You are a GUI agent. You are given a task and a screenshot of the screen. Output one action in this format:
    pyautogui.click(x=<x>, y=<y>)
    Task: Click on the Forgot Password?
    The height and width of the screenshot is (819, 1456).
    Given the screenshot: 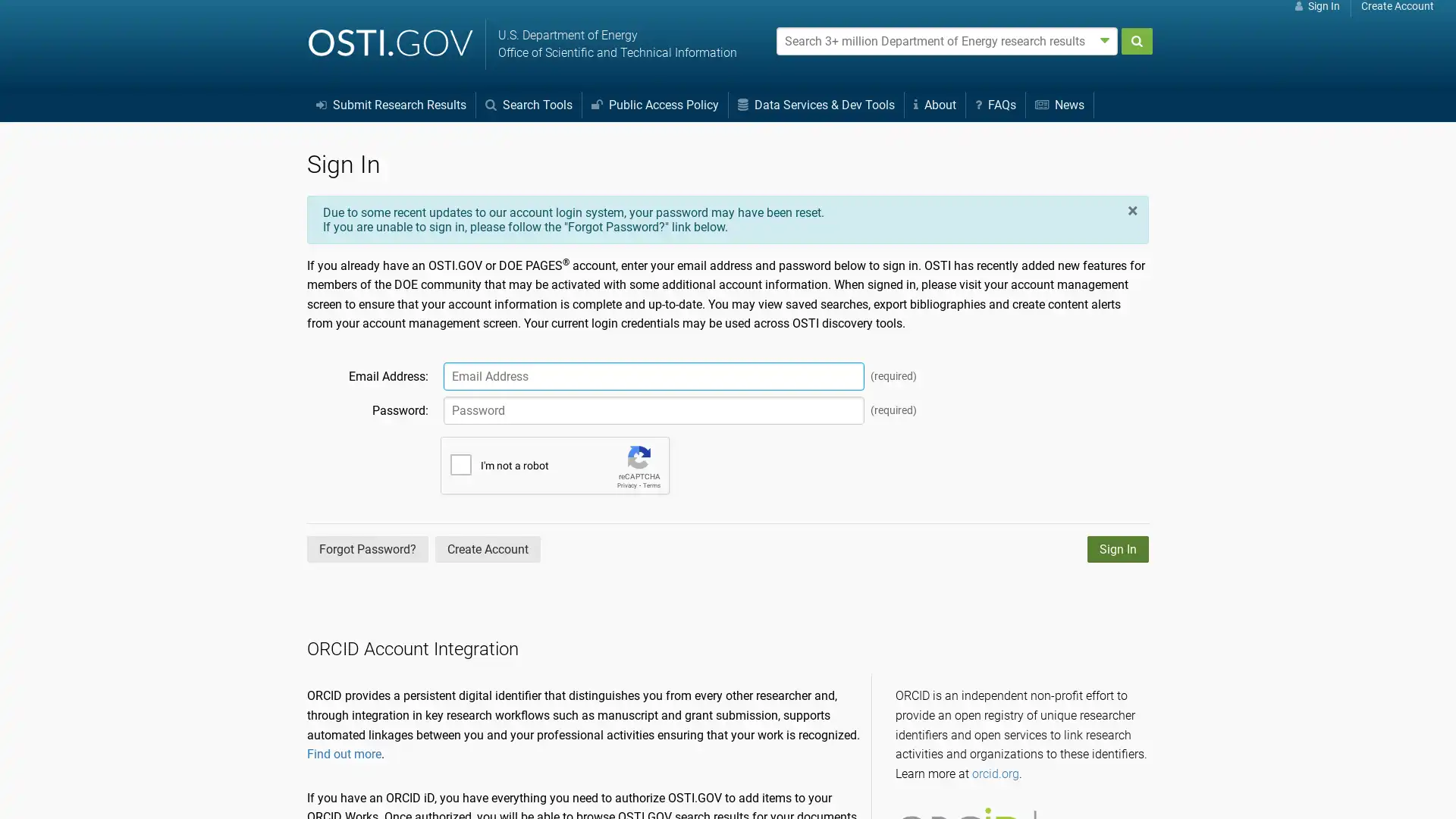 What is the action you would take?
    pyautogui.click(x=367, y=548)
    